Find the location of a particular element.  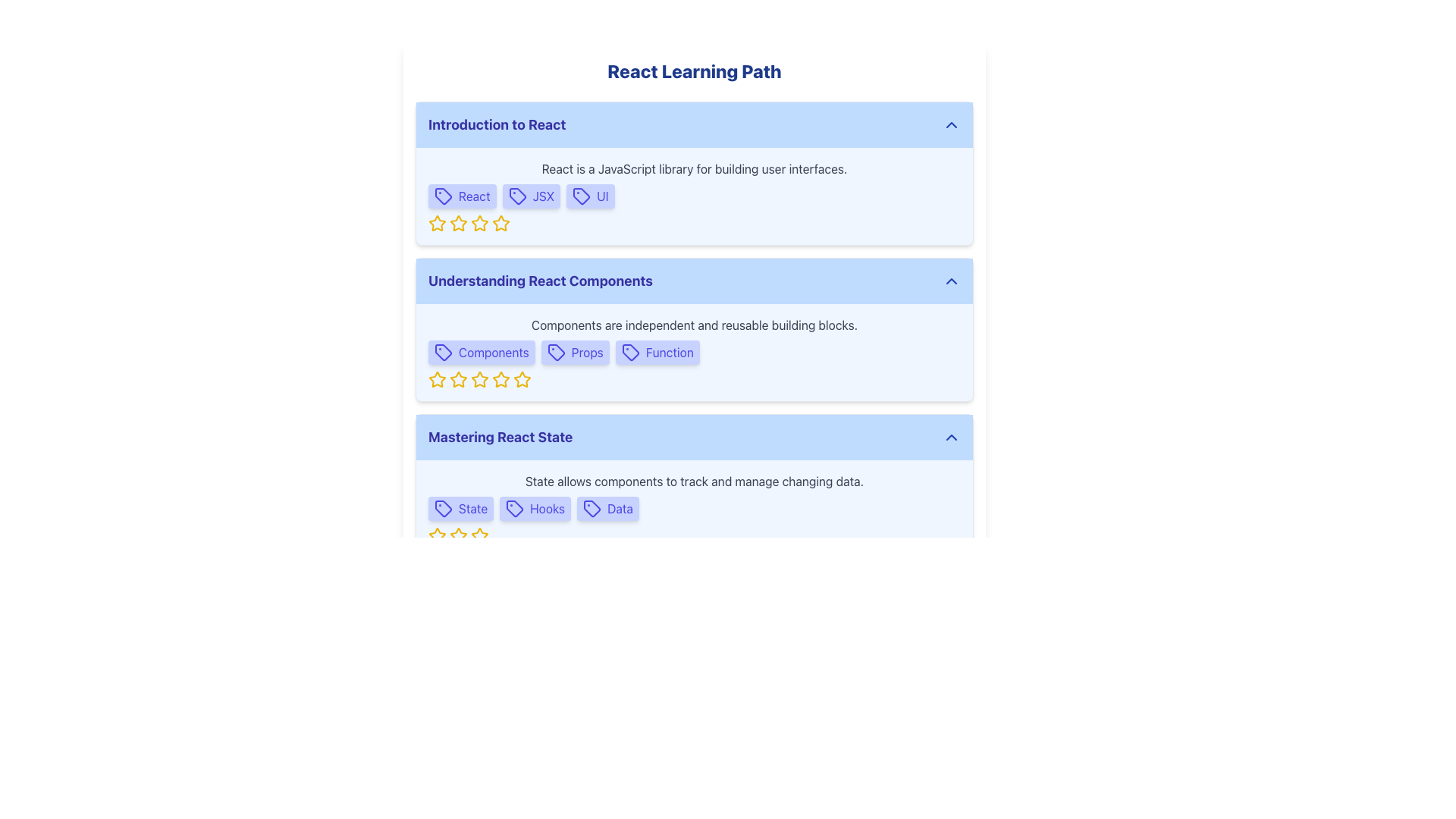

the first rating star in the horizontal row located below the 'Introduction to React' section to indicate a rating level is located at coordinates (457, 223).